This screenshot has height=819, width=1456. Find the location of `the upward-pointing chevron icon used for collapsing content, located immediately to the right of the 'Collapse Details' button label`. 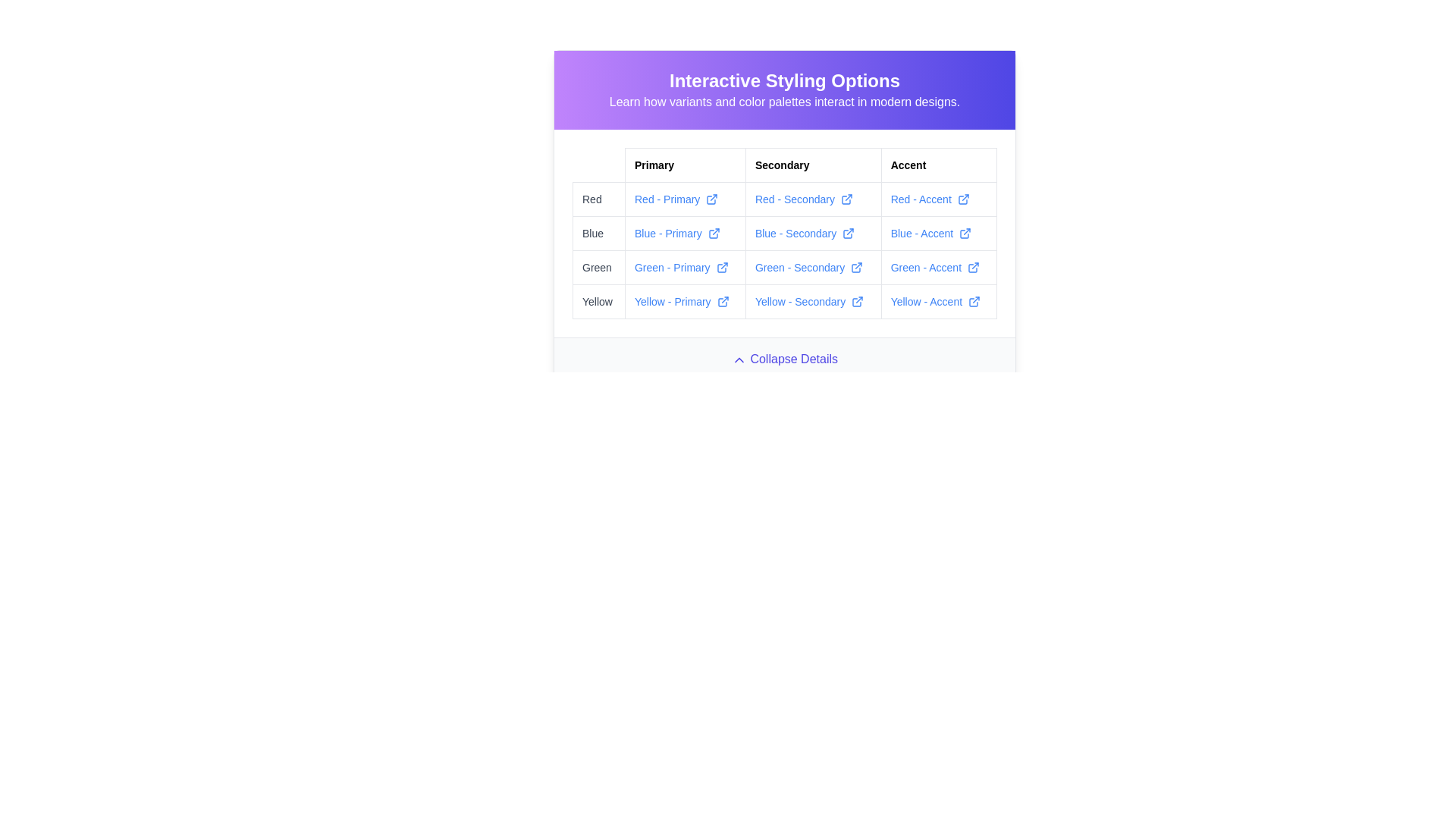

the upward-pointing chevron icon used for collapsing content, located immediately to the right of the 'Collapse Details' button label is located at coordinates (739, 359).